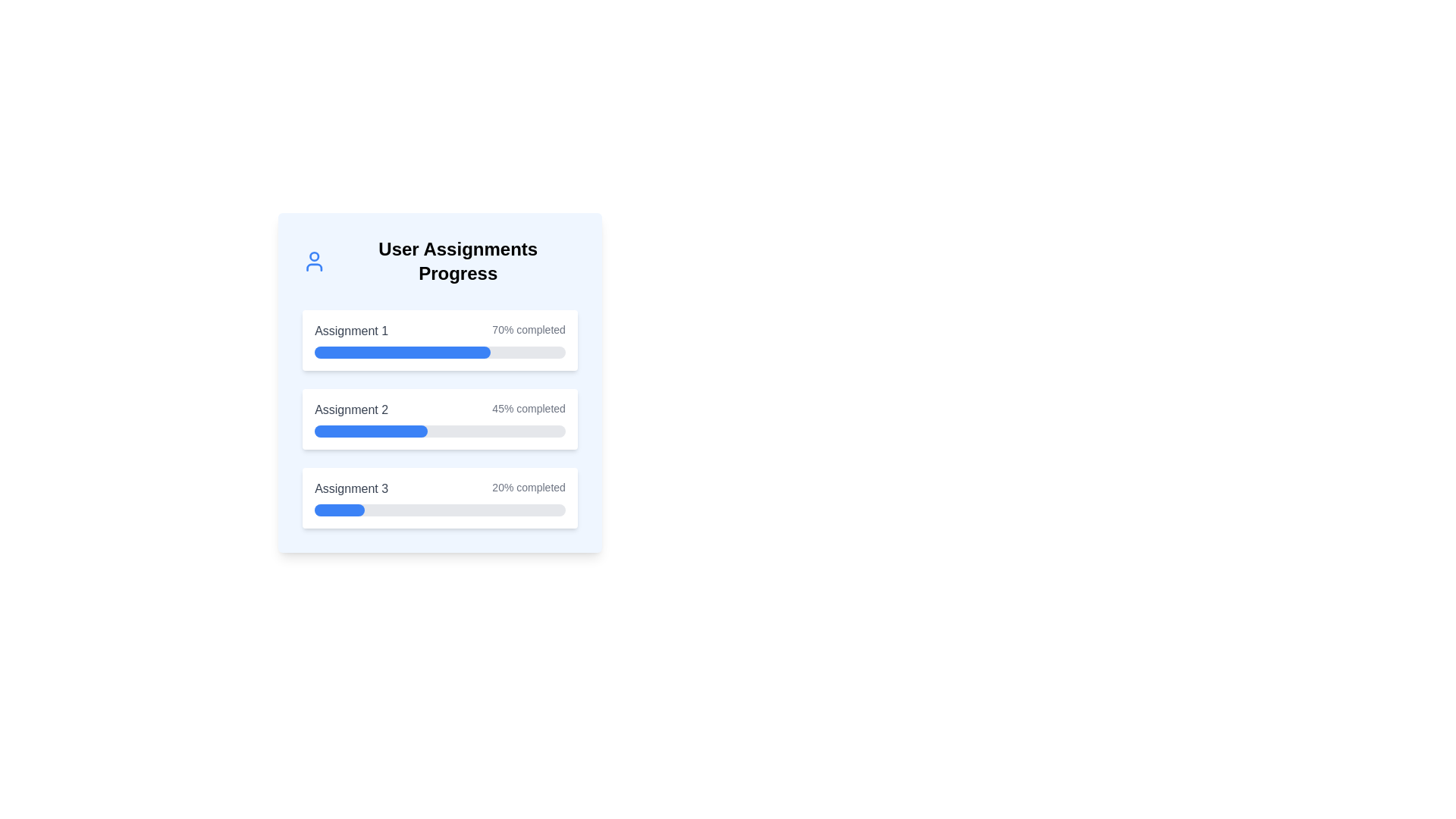 The height and width of the screenshot is (819, 1456). Describe the element at coordinates (439, 488) in the screenshot. I see `the informational block element titled 'Assignment 3' which displays the completion status '20% completed' on the right side` at that location.